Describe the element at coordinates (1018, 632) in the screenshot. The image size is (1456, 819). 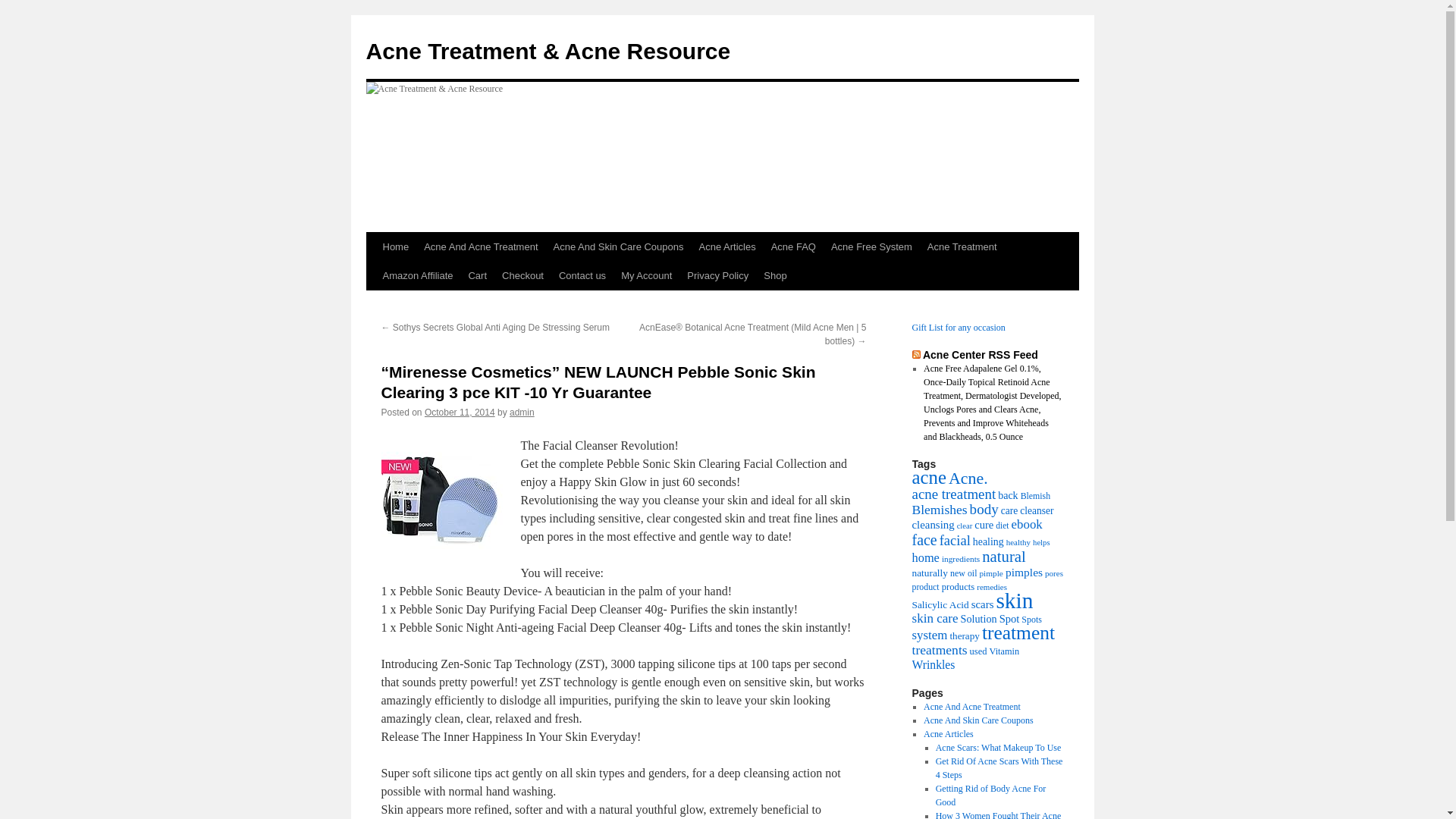
I see `'treatment'` at that location.